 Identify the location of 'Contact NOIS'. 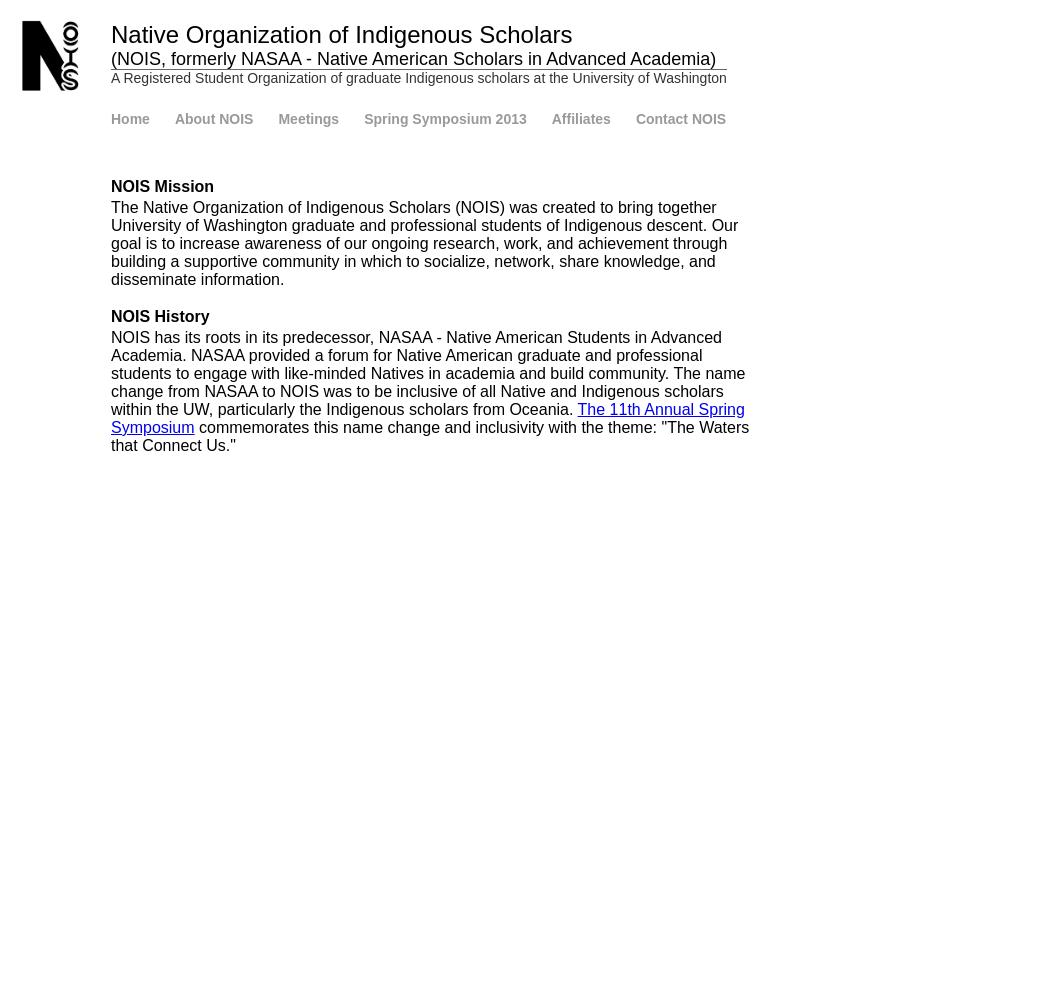
(634, 118).